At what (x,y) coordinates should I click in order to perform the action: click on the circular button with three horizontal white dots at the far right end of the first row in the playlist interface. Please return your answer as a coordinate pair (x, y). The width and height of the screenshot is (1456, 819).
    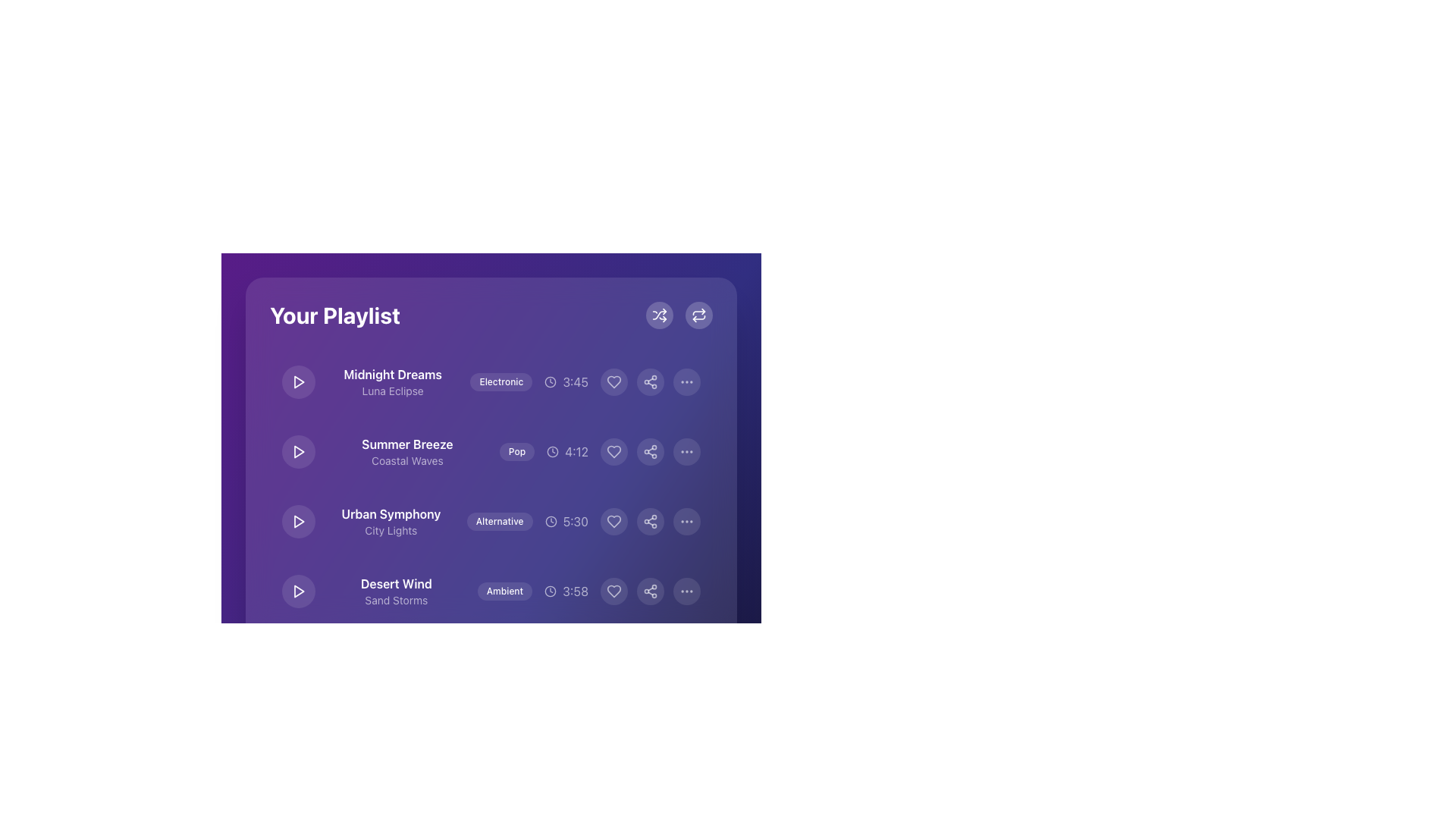
    Looking at the image, I should click on (686, 381).